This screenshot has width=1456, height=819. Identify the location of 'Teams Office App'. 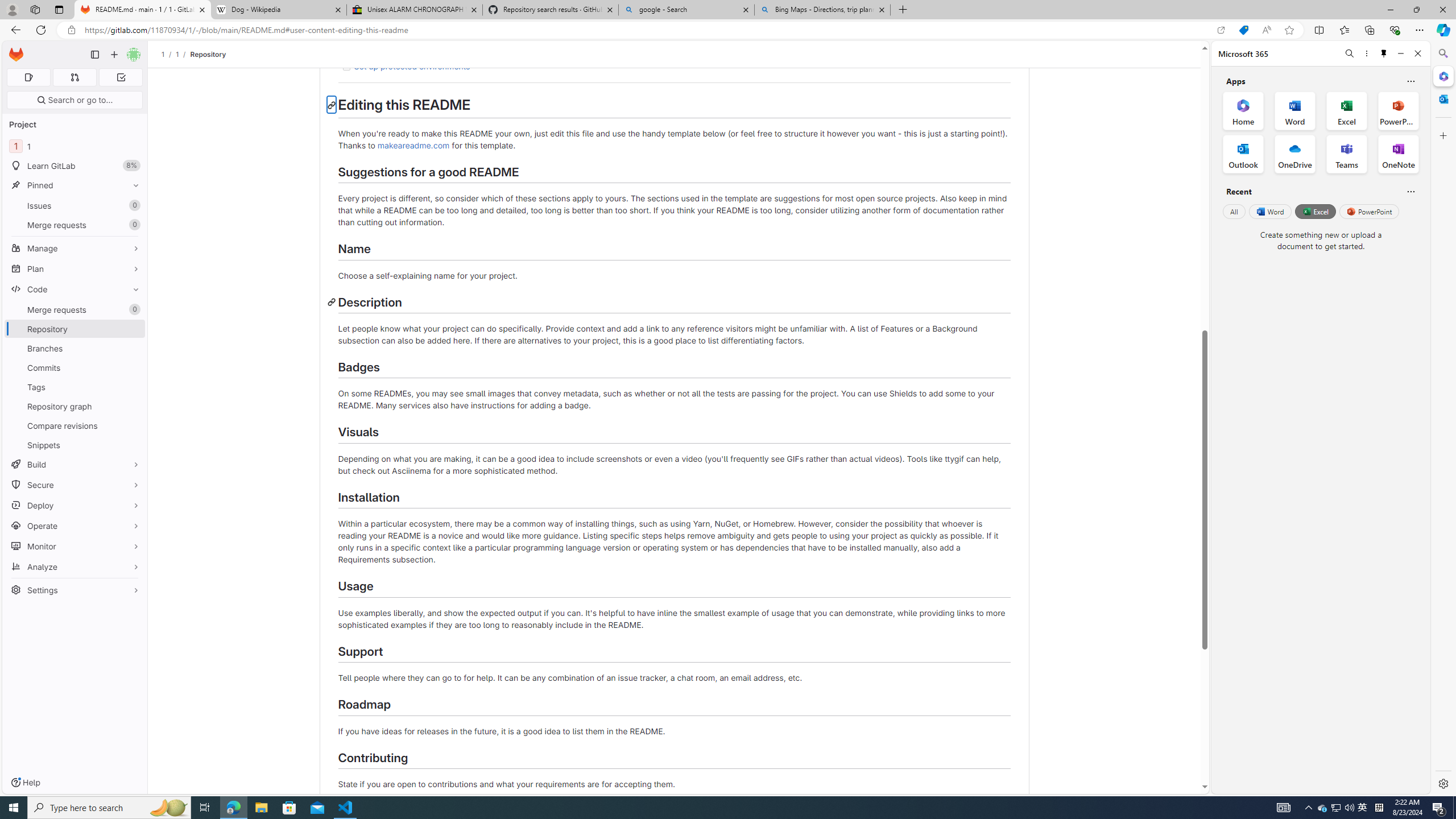
(1347, 154).